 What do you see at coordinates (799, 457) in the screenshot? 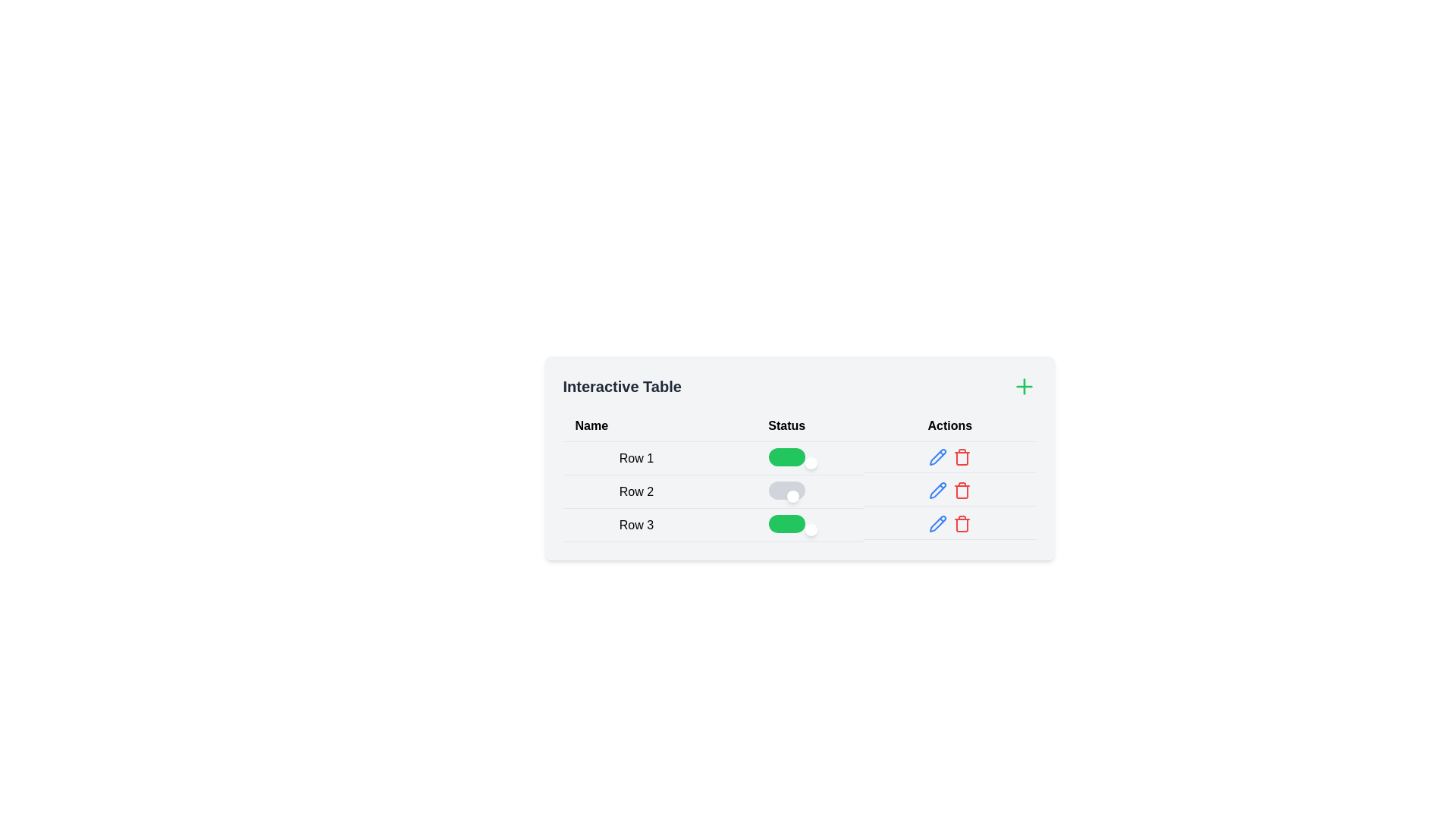
I see `the toggle switch in the first row of the table under the 'Status' column` at bounding box center [799, 457].